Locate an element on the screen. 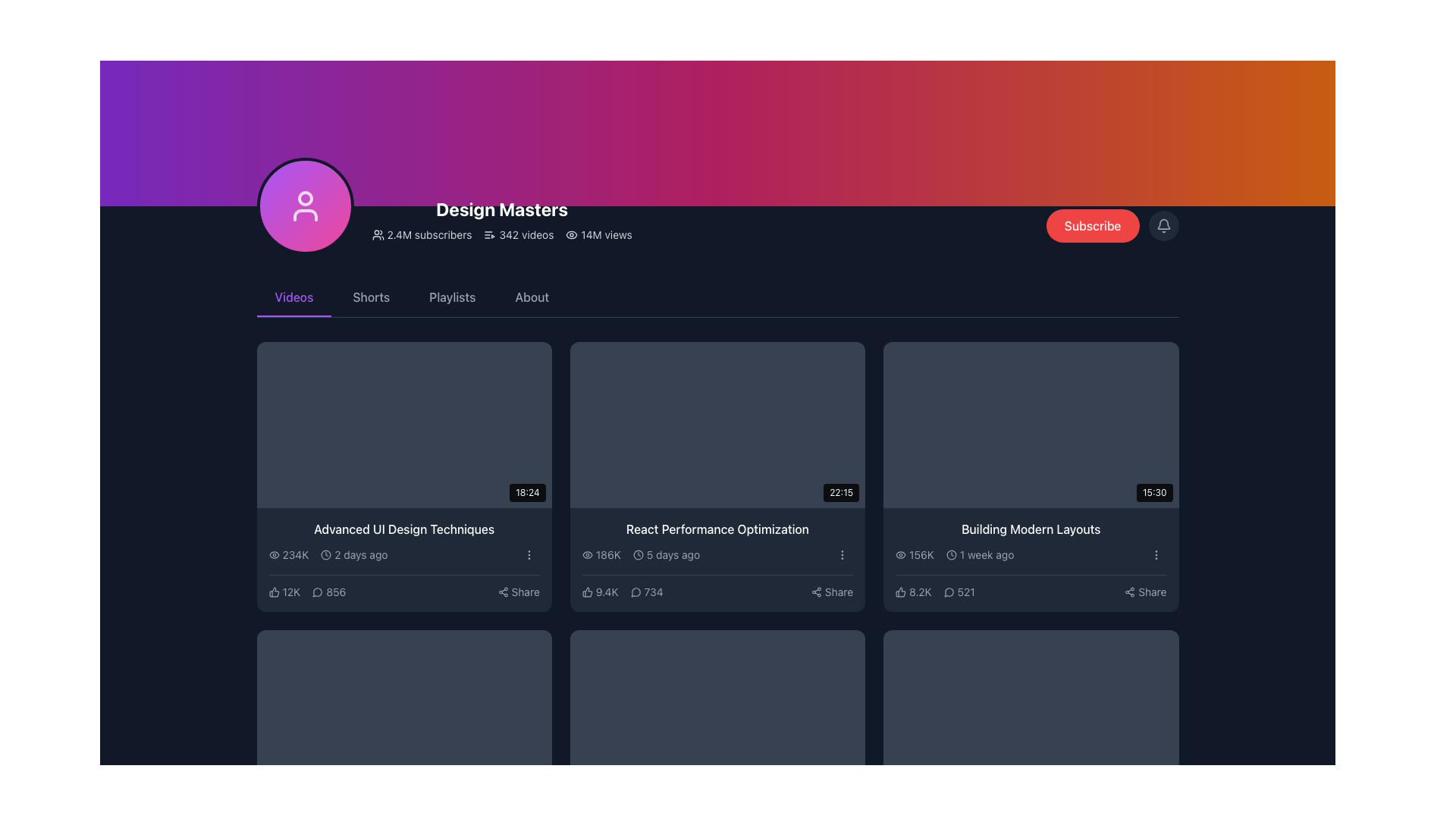 This screenshot has height=819, width=1456. the Vertical ellipsis menu (Three-dot icon) located in the bottom right section of the card for the video titled 'React Performance Optimization' is located at coordinates (842, 555).